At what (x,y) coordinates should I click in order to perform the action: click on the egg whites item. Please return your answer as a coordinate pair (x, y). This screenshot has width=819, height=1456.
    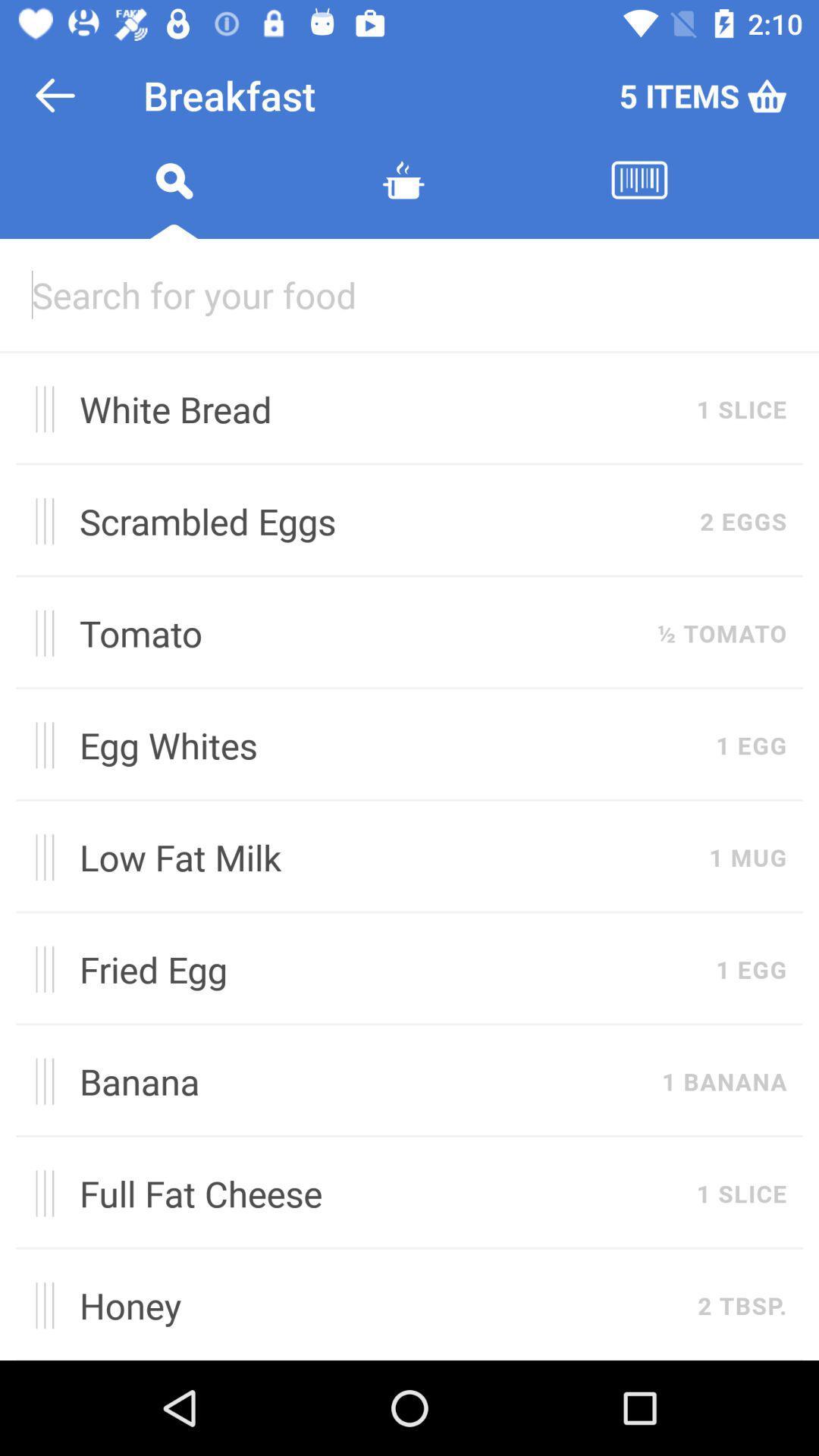
    Looking at the image, I should click on (388, 745).